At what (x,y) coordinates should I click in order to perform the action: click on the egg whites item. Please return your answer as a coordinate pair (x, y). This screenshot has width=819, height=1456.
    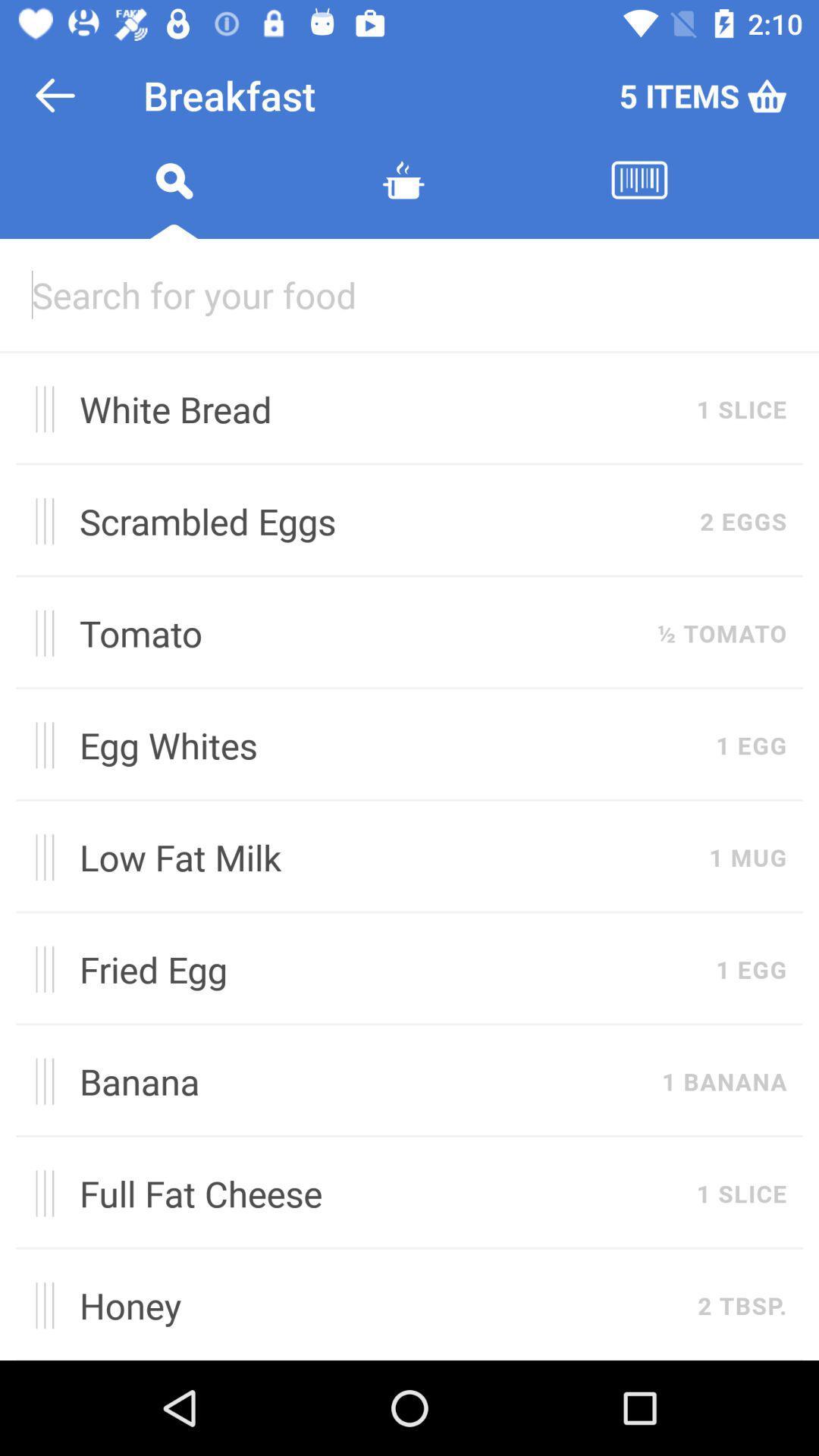
    Looking at the image, I should click on (388, 745).